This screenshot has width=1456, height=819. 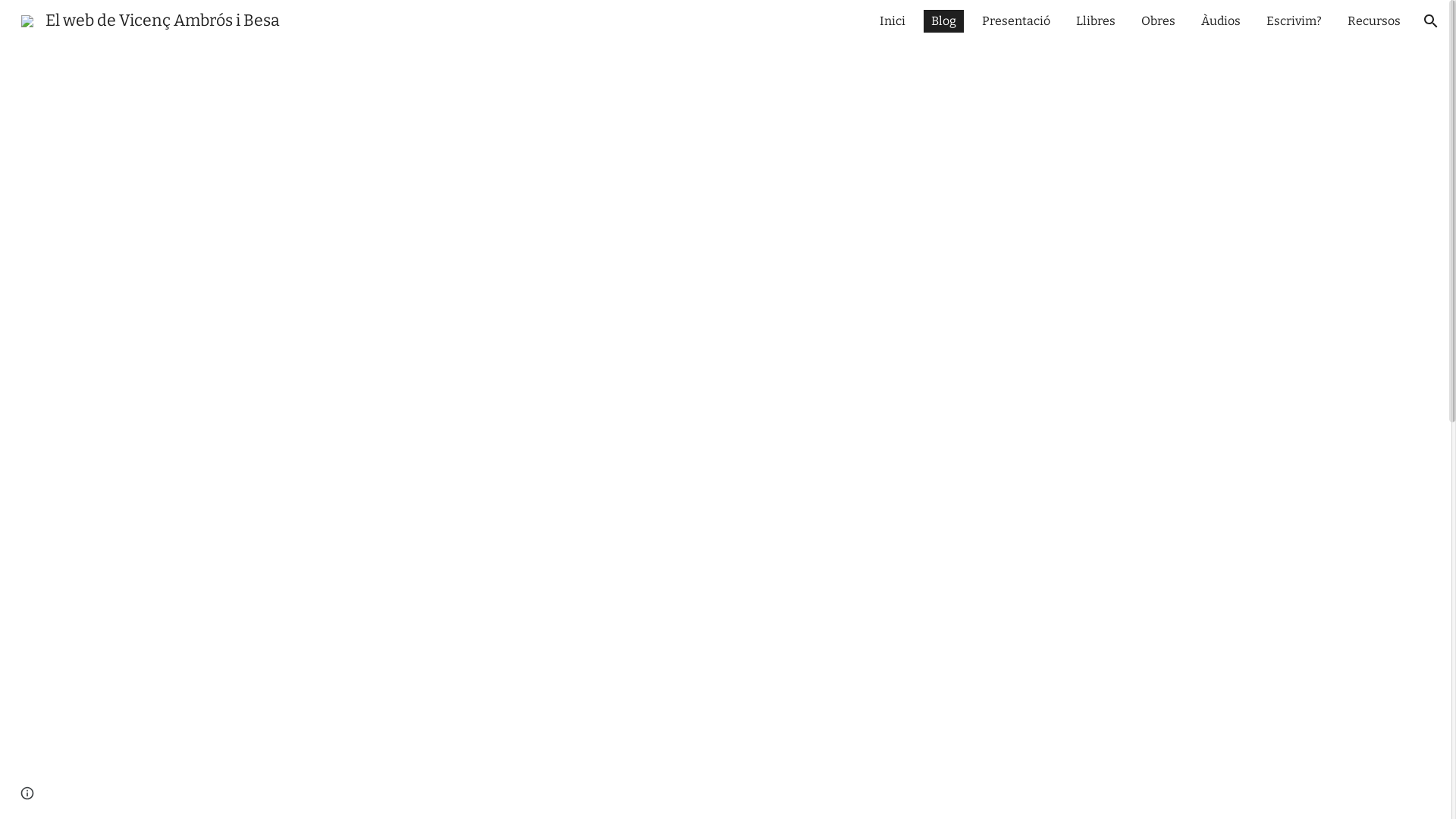 I want to click on 'Escrivim?', so click(x=1293, y=20).